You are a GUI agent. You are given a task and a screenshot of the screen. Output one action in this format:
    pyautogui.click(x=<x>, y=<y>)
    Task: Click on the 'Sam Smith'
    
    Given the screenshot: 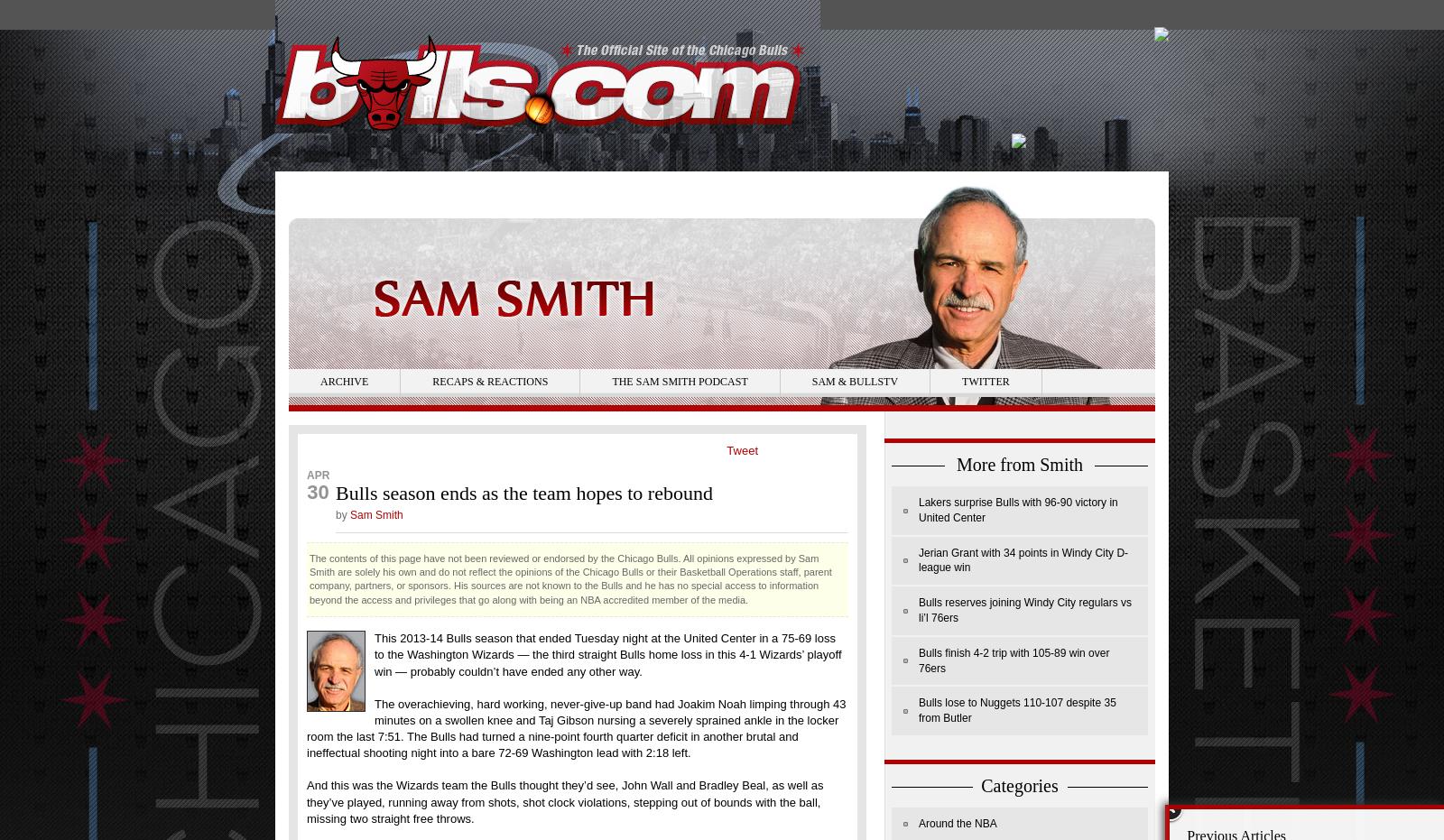 What is the action you would take?
    pyautogui.click(x=375, y=512)
    